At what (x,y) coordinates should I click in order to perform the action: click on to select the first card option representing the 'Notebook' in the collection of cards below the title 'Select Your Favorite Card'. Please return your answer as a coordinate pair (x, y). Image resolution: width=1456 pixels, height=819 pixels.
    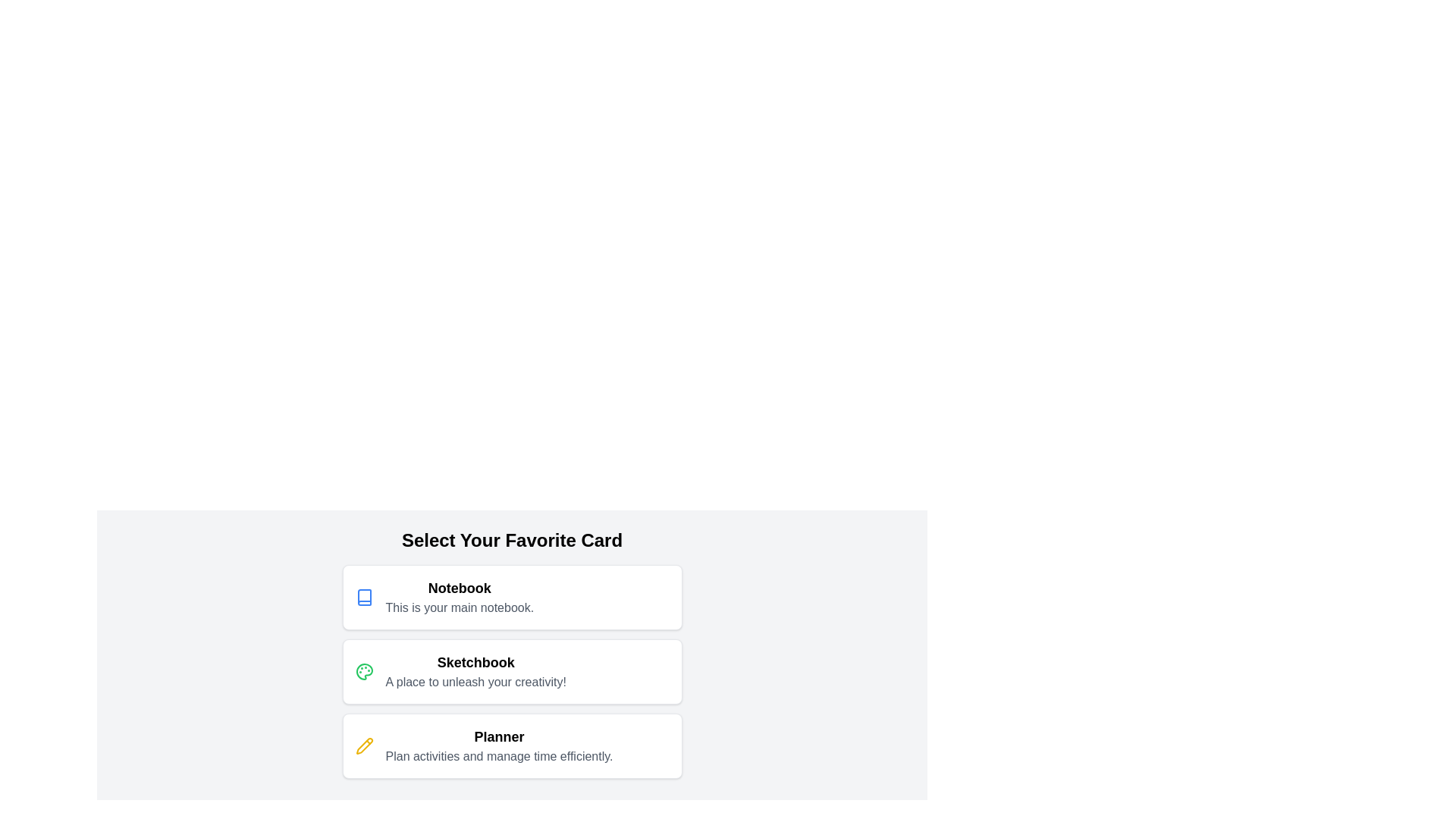
    Looking at the image, I should click on (512, 596).